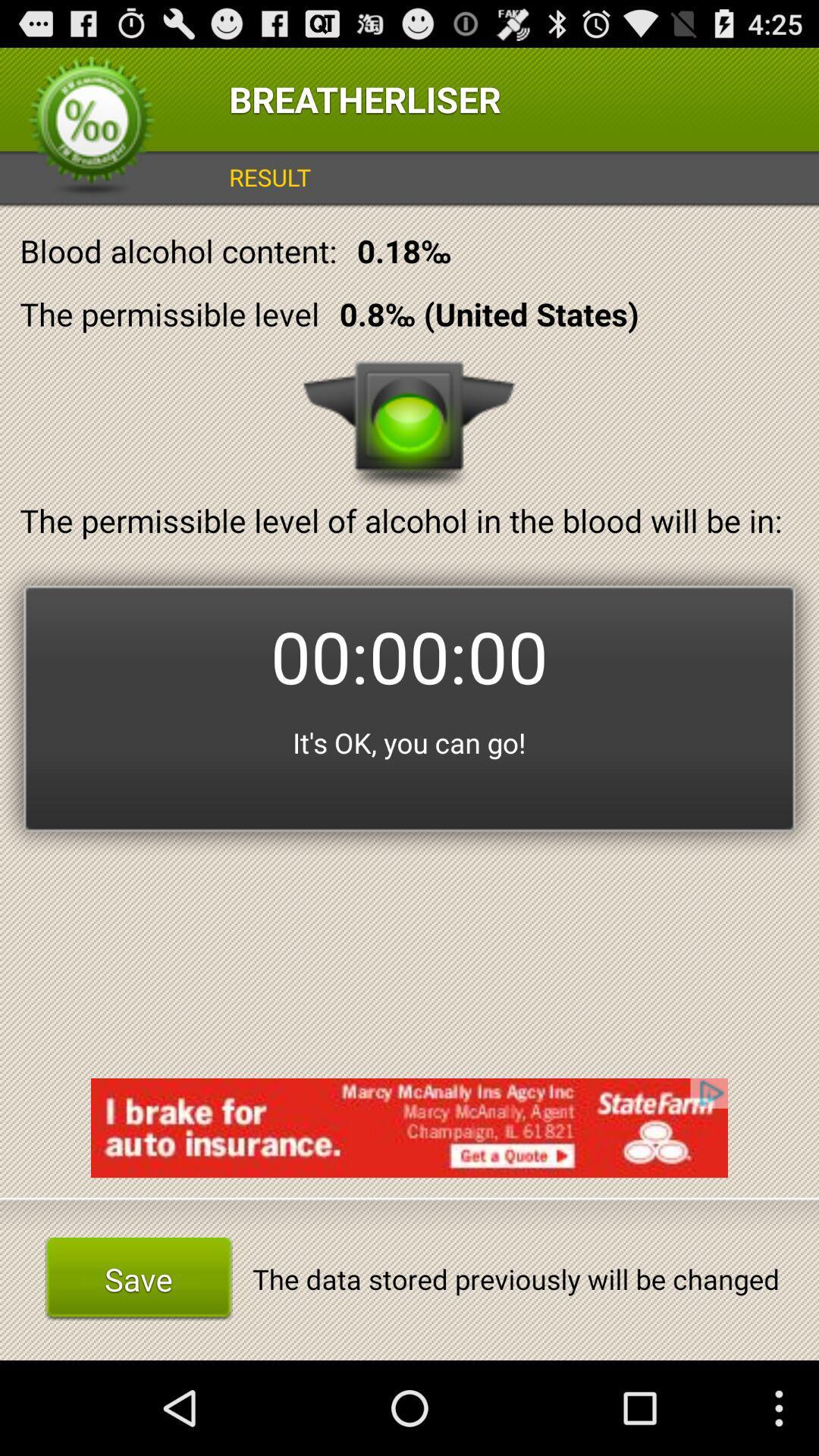  I want to click on save icon, so click(138, 1278).